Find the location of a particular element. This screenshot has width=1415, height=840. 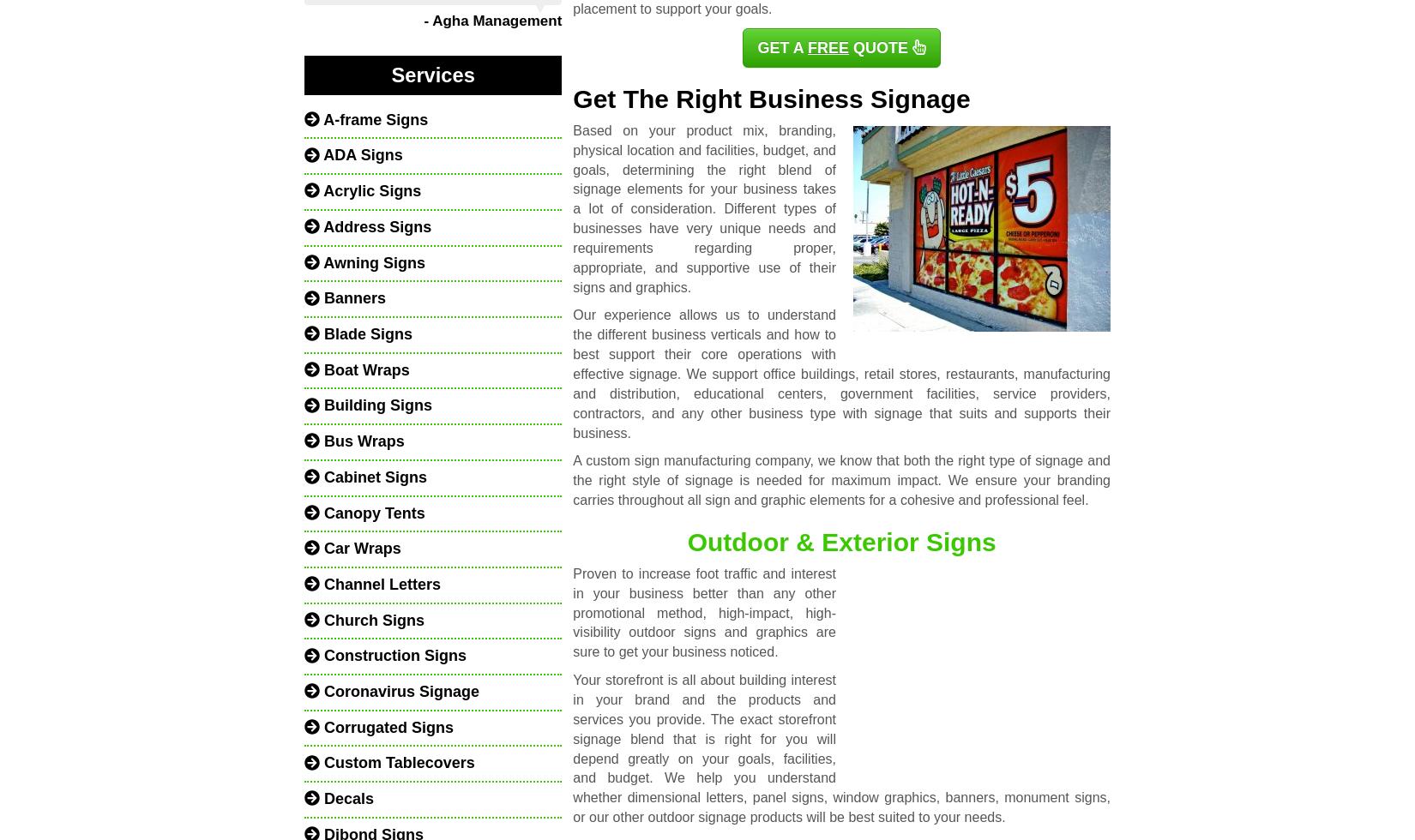

'Based on your product mix, branding, physical location and facilities, budget, and goals, determining the right blend of signage elements for your business takes a lot of consideration. Different types of businesses have very unique needs and requirements regarding proper, appropriate, and supportive use of their signs and graphics.' is located at coordinates (571, 208).